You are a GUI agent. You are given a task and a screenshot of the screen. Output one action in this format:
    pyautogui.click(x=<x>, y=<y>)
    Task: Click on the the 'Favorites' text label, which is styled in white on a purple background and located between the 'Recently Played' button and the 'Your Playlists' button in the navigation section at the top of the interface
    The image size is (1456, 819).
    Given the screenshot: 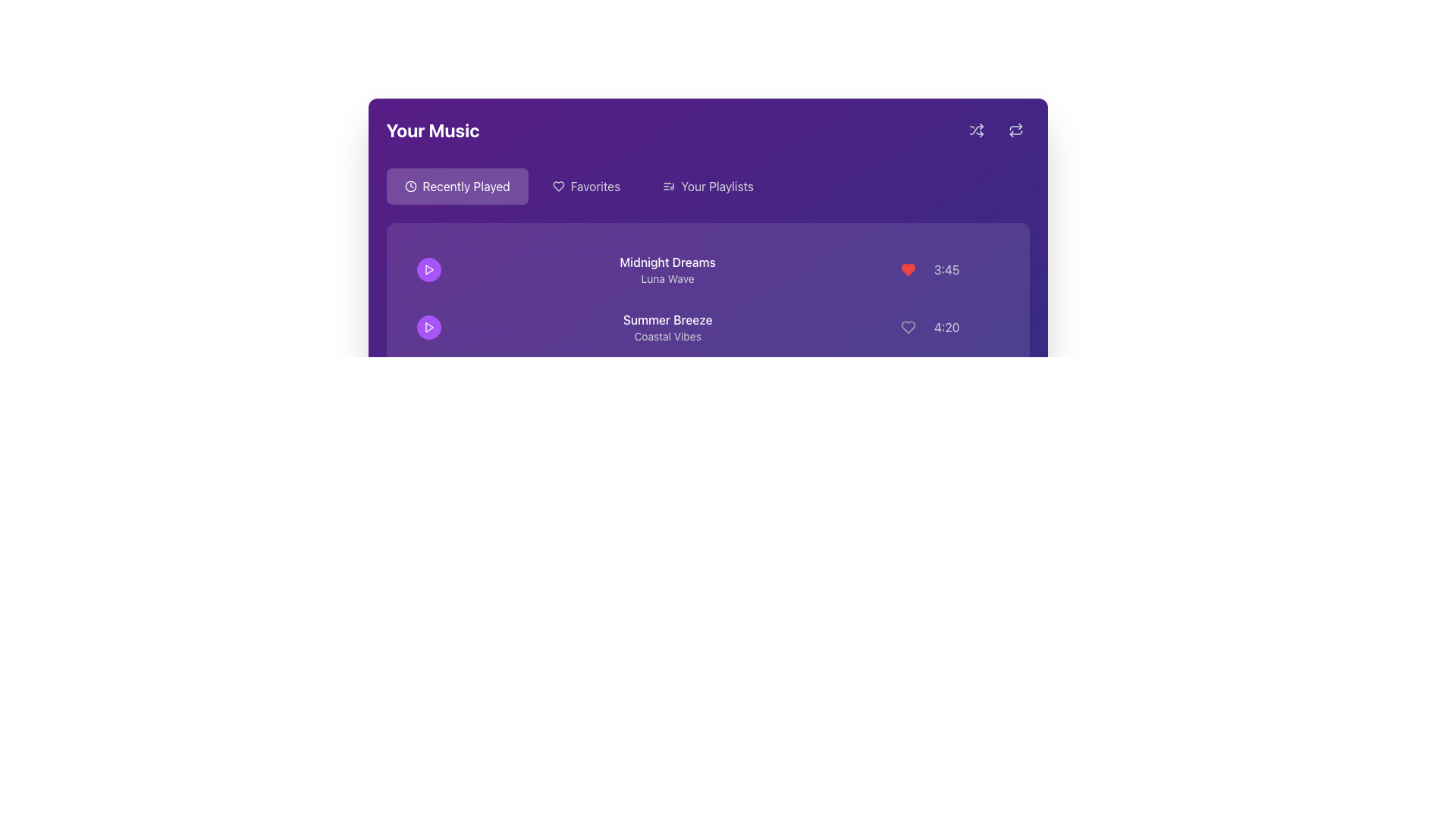 What is the action you would take?
    pyautogui.click(x=595, y=186)
    